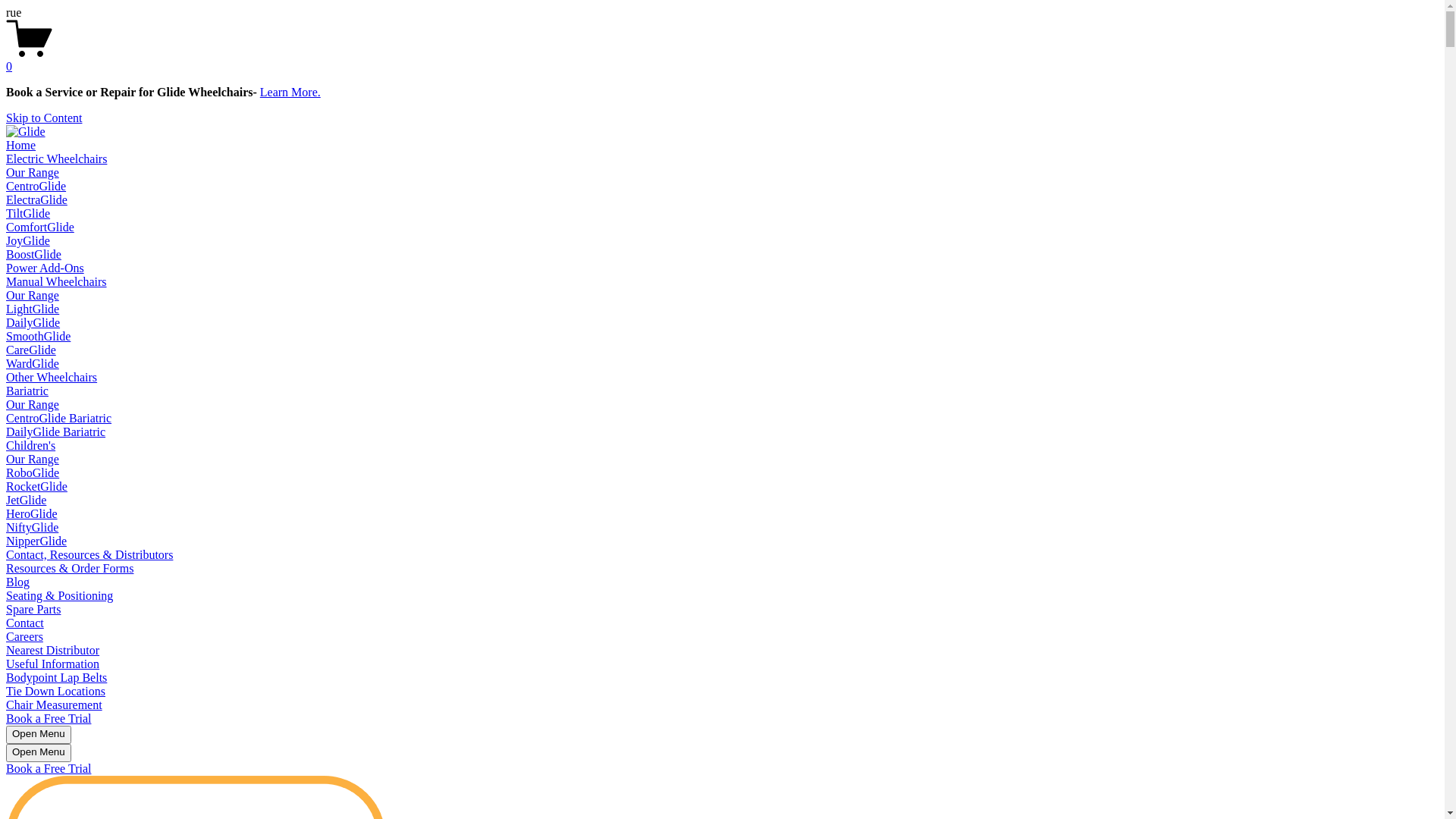  I want to click on 'ElectraGlide', so click(36, 199).